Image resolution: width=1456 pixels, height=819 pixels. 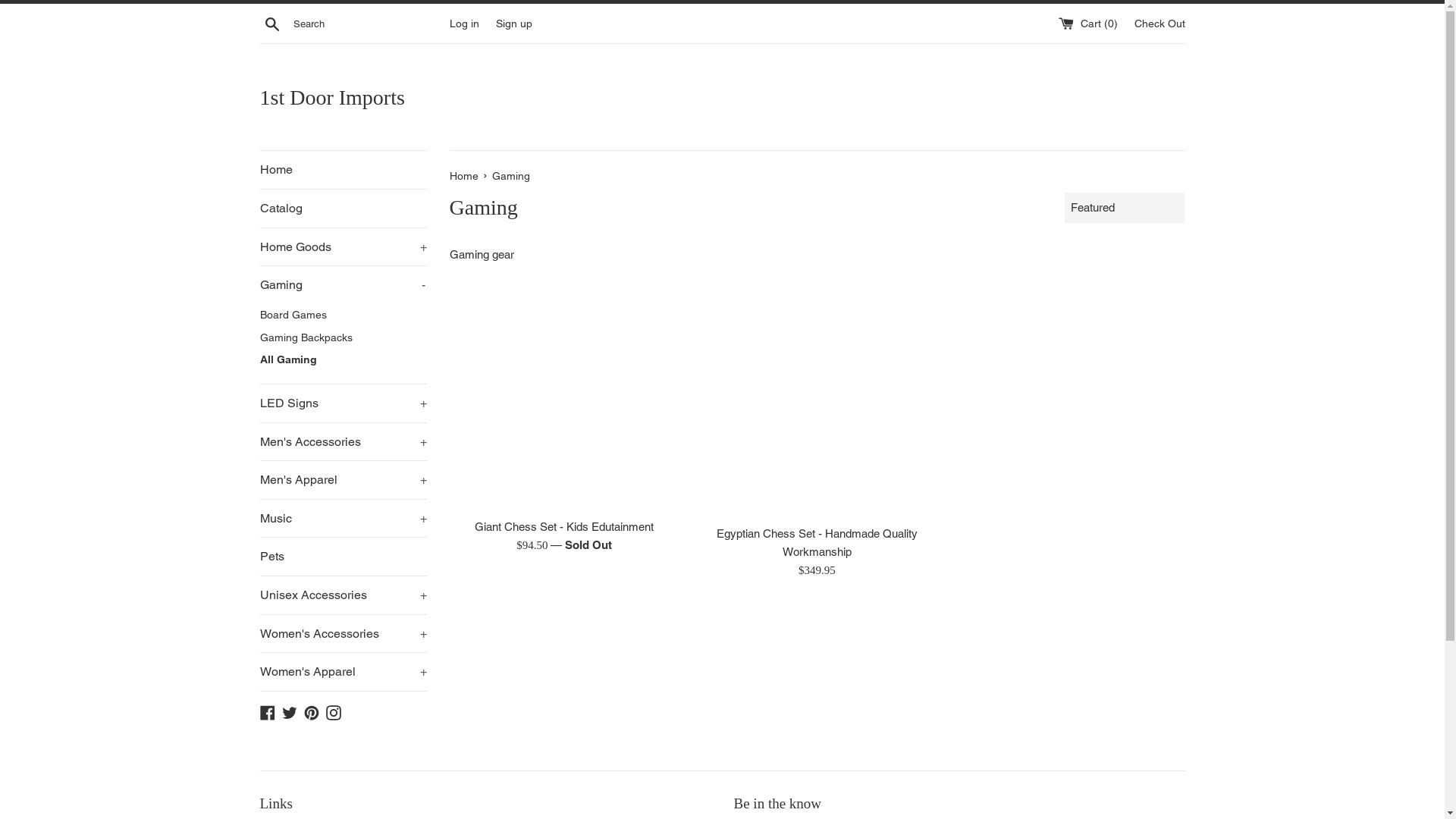 I want to click on 'Pets', so click(x=341, y=556).